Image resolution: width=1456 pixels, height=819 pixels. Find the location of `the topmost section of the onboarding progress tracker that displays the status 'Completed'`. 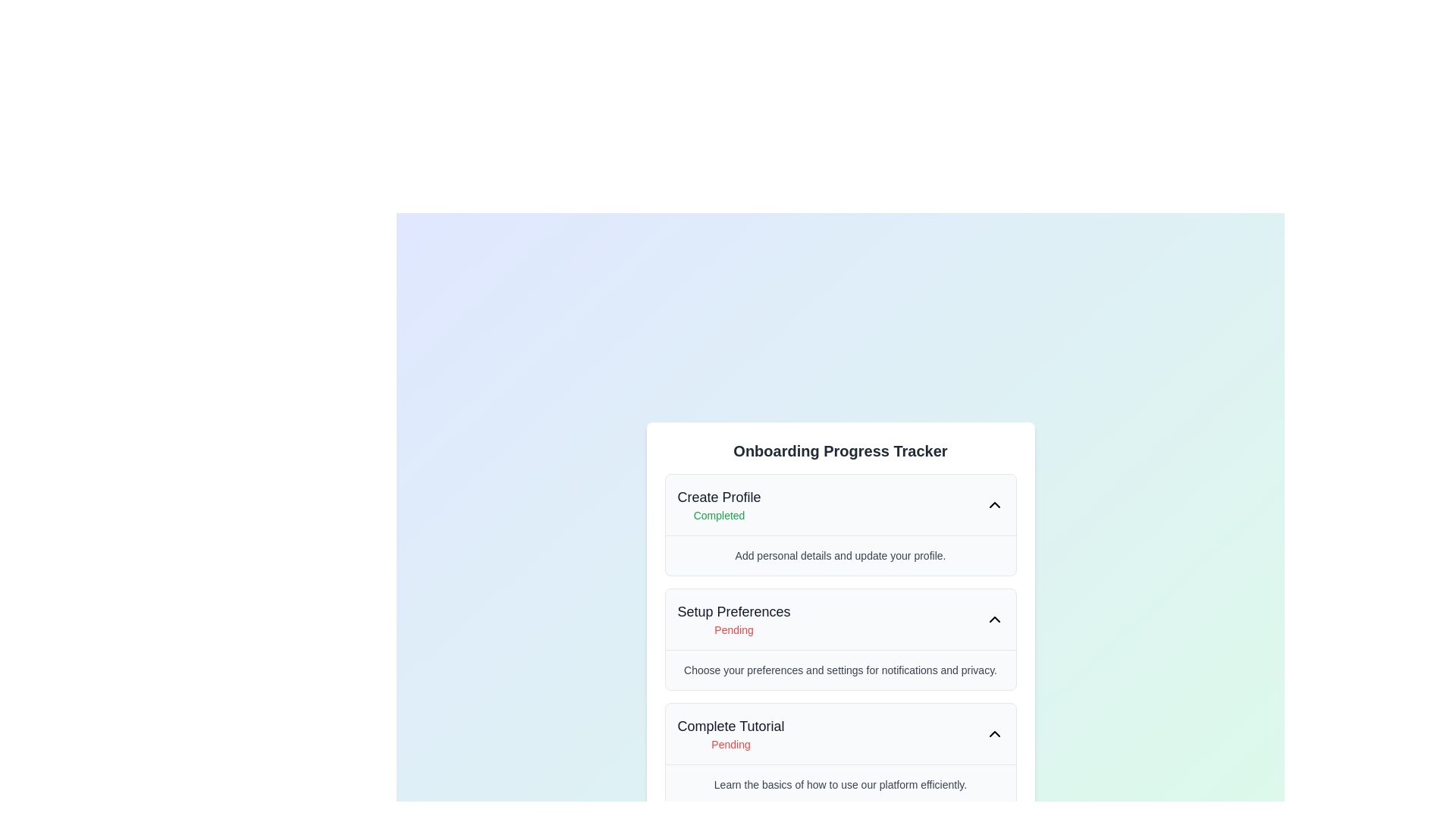

the topmost section of the onboarding progress tracker that displays the status 'Completed' is located at coordinates (839, 523).